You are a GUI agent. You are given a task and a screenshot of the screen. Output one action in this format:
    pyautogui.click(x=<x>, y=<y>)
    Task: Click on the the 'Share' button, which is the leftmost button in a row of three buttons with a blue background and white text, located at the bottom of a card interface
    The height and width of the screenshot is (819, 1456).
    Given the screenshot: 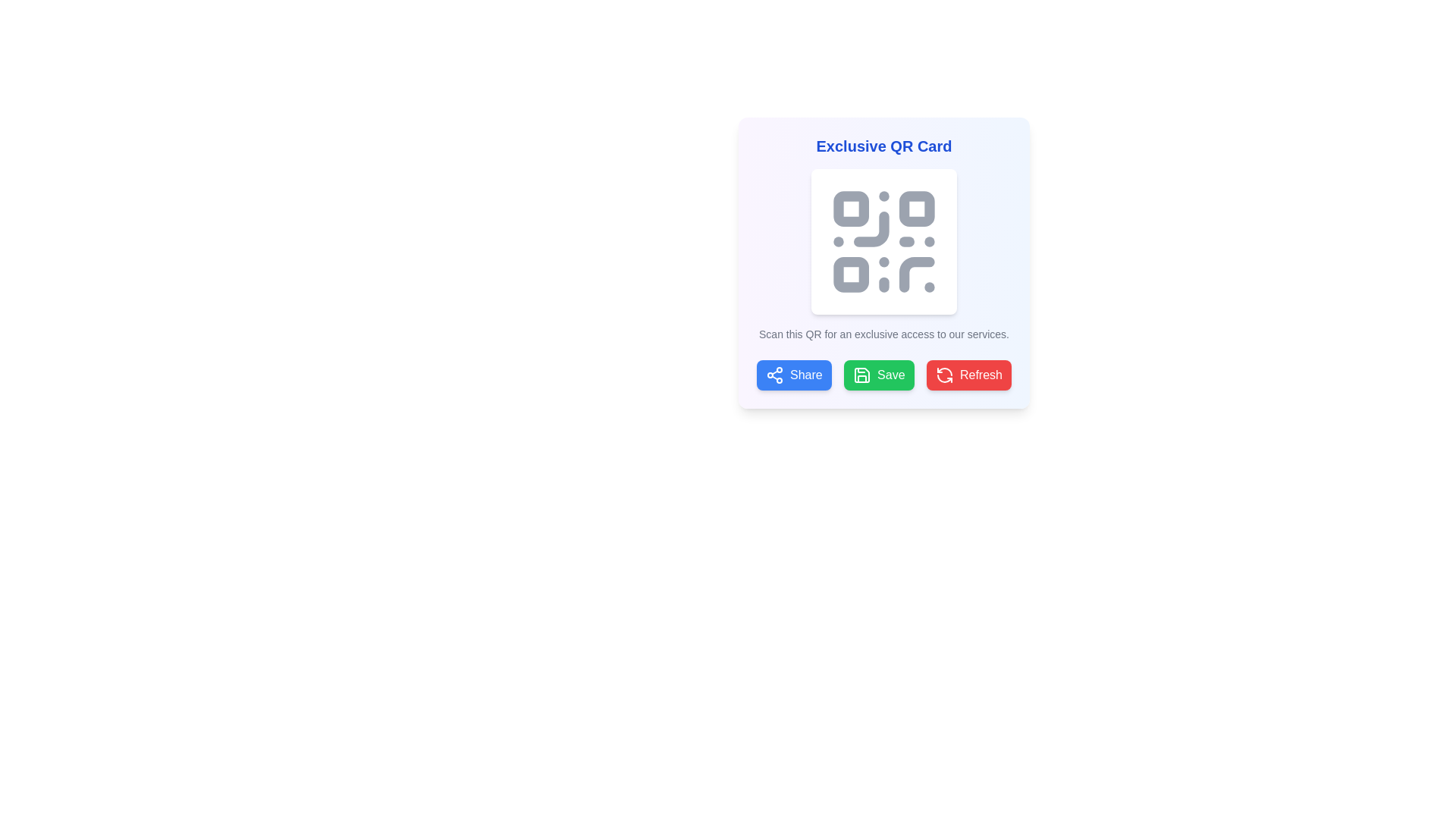 What is the action you would take?
    pyautogui.click(x=793, y=375)
    